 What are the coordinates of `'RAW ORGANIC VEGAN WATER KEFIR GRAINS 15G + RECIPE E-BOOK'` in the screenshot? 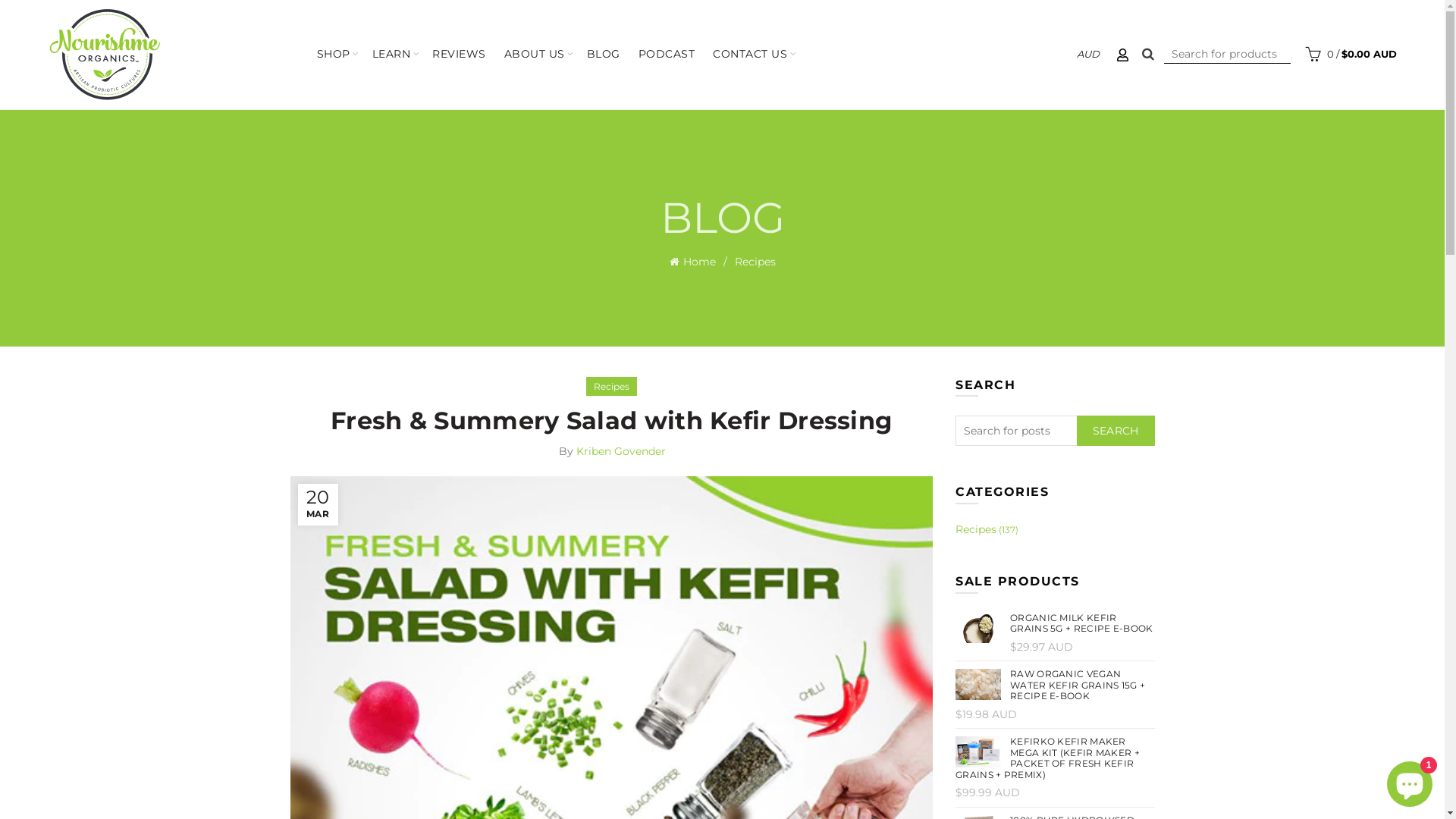 It's located at (1054, 685).